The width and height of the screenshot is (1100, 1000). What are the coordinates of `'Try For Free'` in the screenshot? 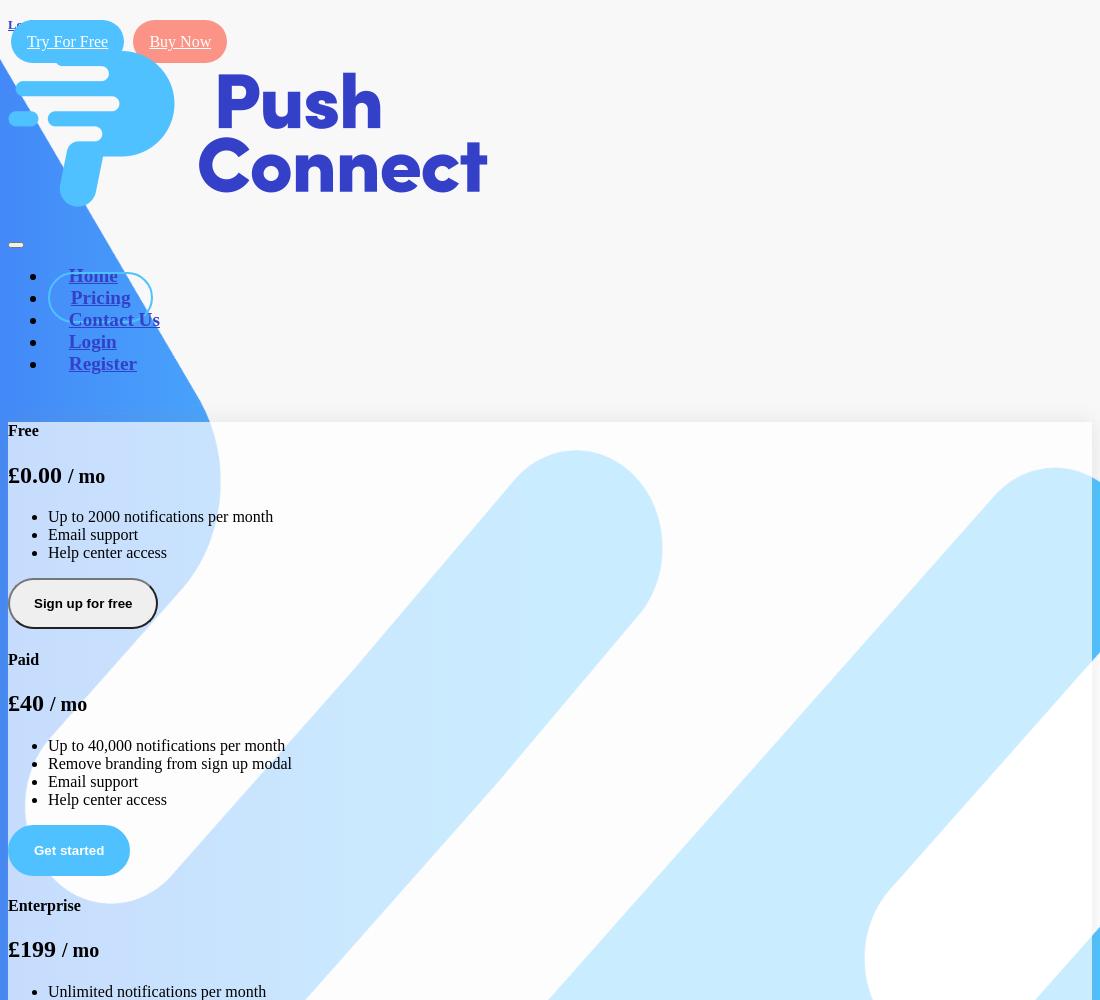 It's located at (25, 41).